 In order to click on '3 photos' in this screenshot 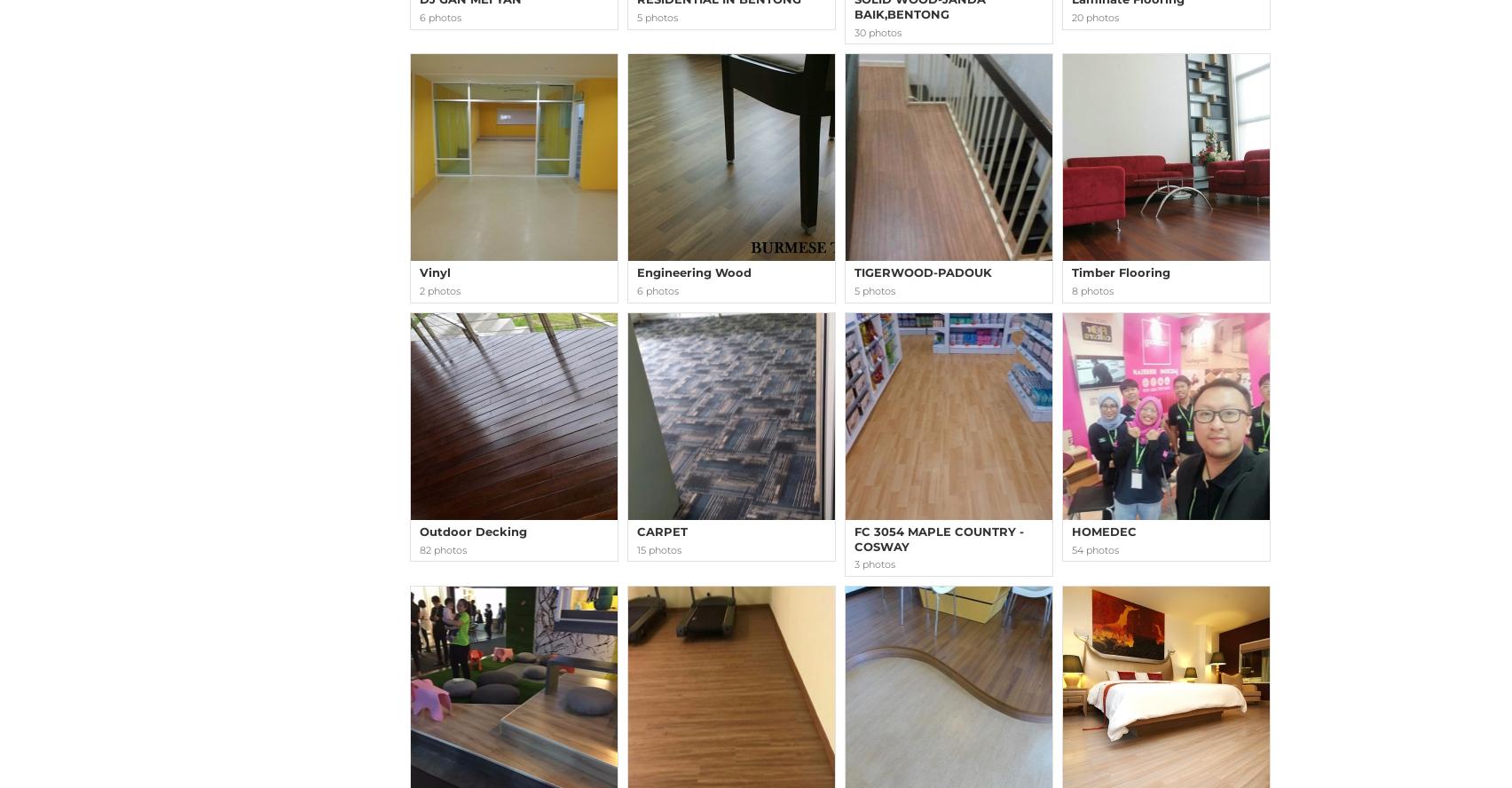, I will do `click(874, 563)`.